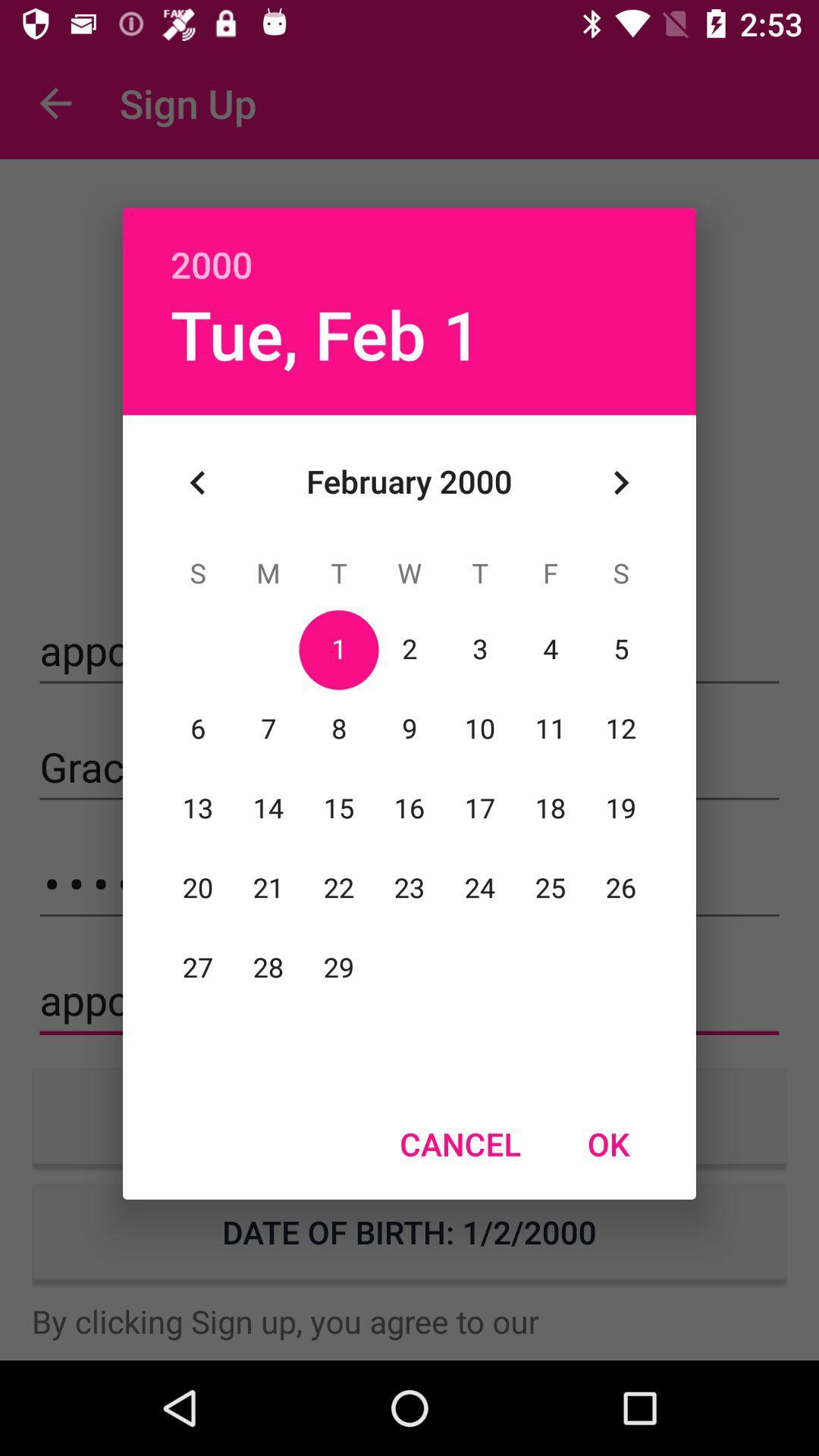 The width and height of the screenshot is (819, 1456). I want to click on the icon next to the ok icon, so click(460, 1144).